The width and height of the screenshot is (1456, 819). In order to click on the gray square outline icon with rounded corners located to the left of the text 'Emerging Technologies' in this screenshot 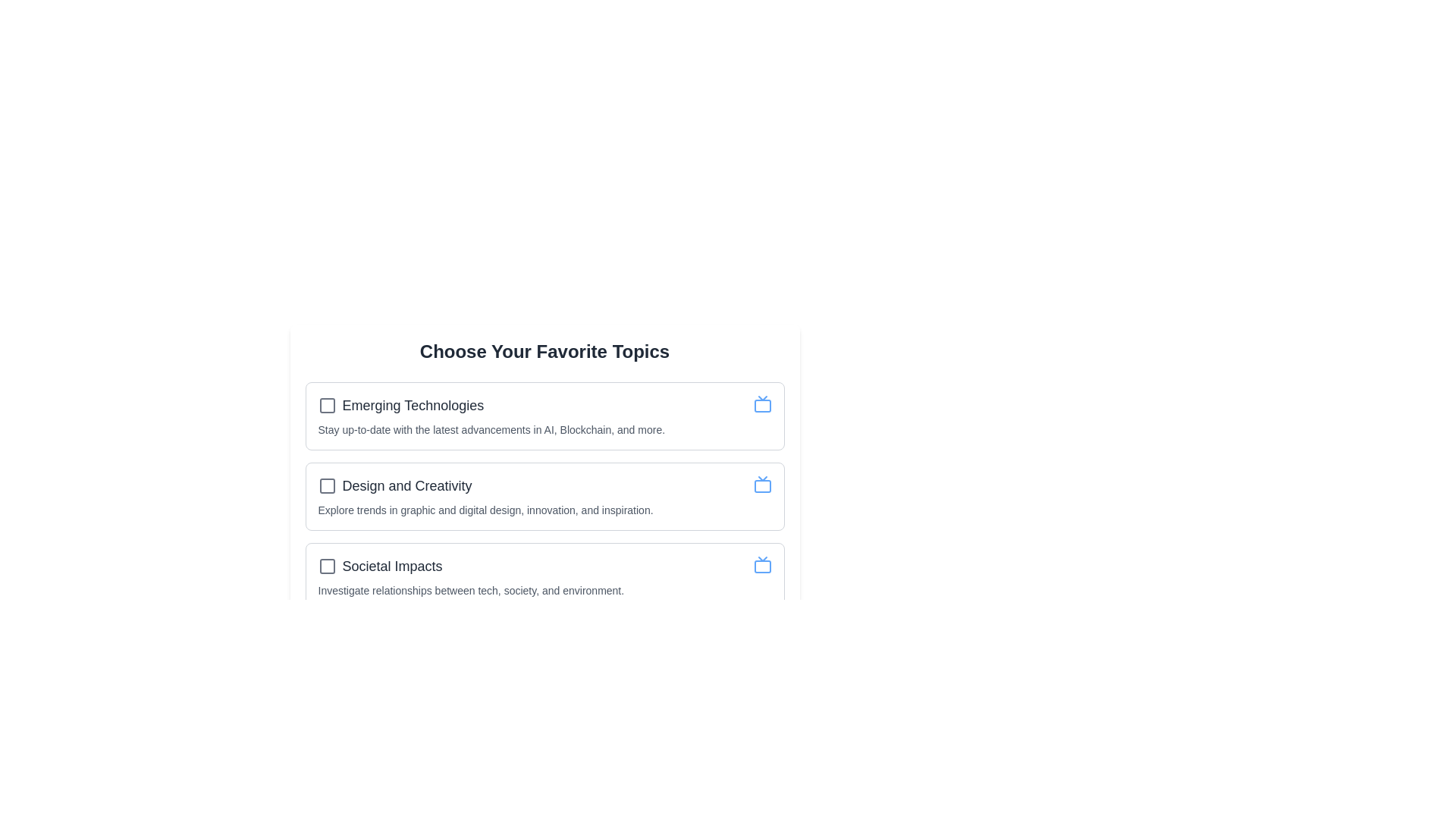, I will do `click(326, 405)`.